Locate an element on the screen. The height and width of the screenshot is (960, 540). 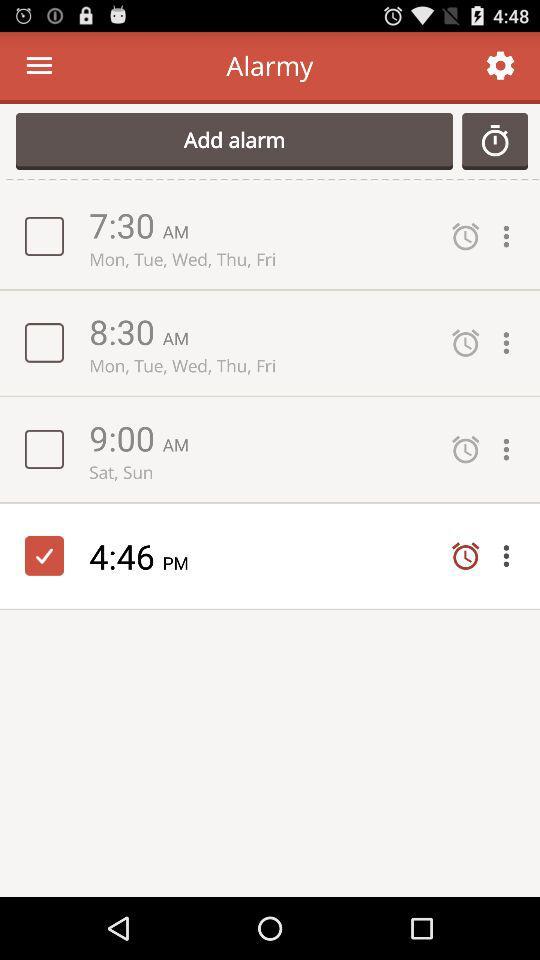
the button next to the add alarm button is located at coordinates (494, 140).